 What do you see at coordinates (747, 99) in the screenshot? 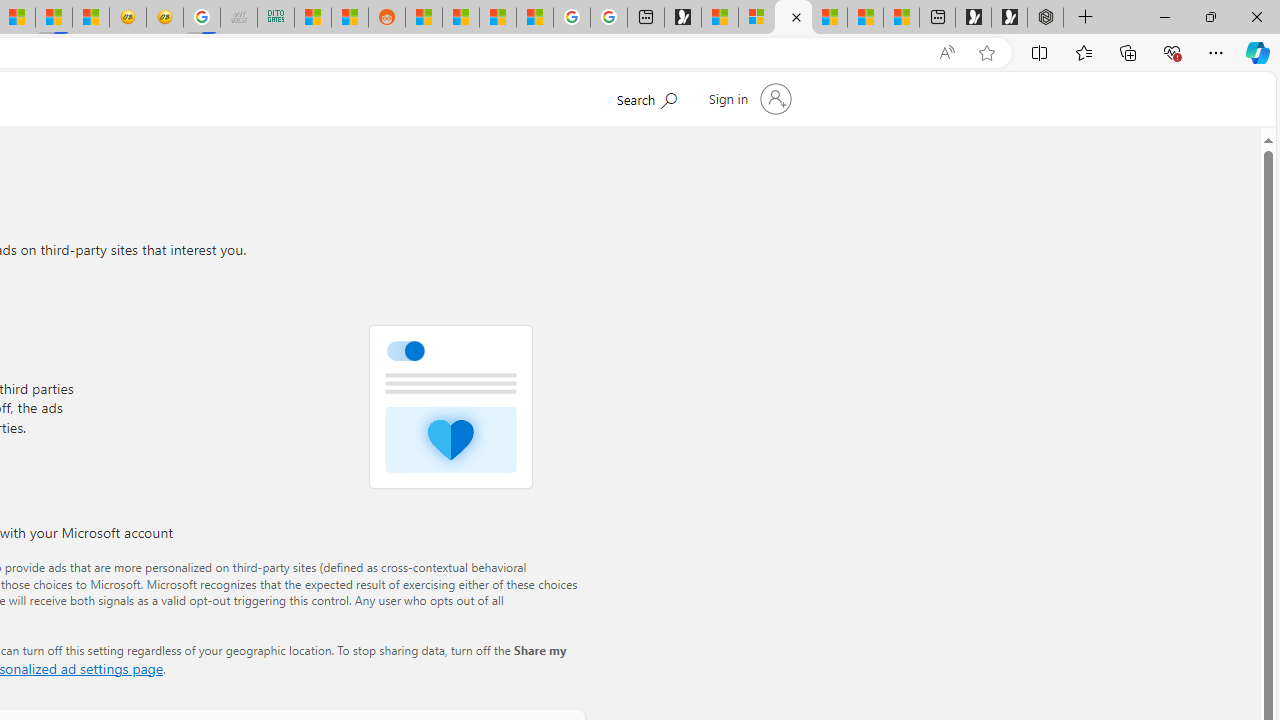
I see `'Sign in to your account'` at bounding box center [747, 99].